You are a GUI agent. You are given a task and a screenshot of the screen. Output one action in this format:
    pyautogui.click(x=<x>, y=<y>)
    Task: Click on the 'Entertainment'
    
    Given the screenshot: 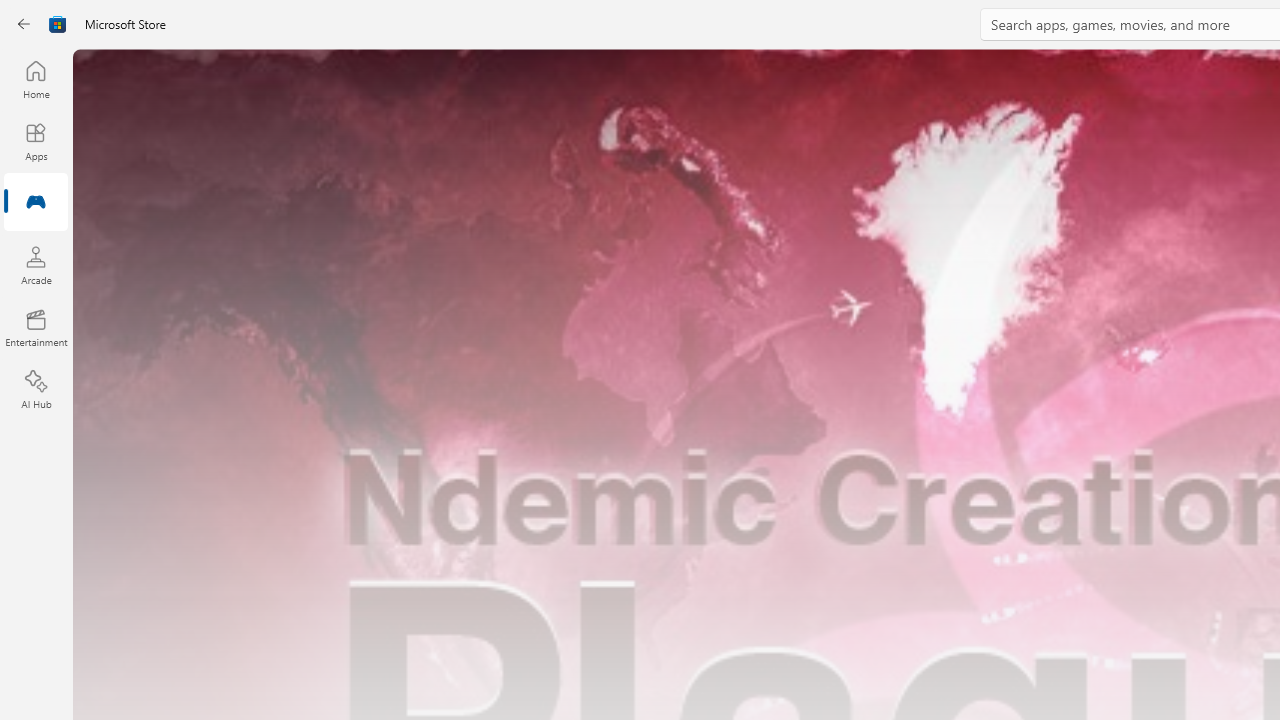 What is the action you would take?
    pyautogui.click(x=35, y=326)
    